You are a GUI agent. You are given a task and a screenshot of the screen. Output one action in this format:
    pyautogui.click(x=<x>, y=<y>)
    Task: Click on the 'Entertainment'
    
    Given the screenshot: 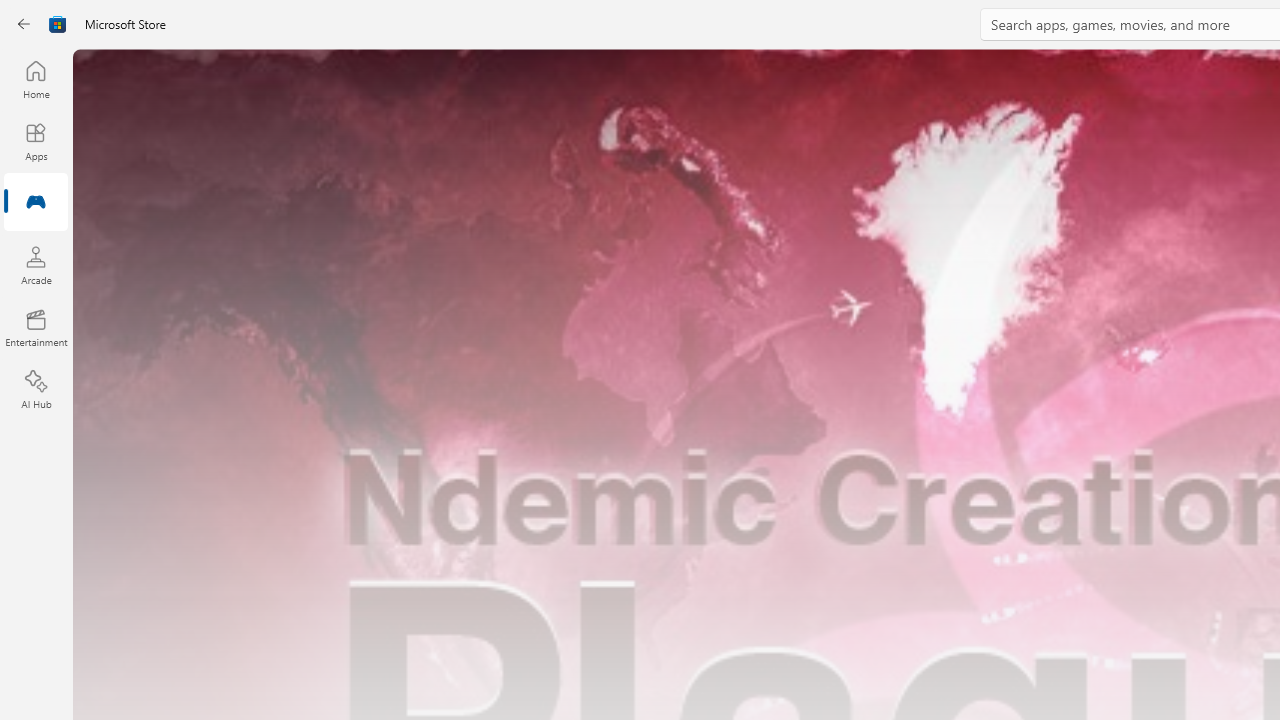 What is the action you would take?
    pyautogui.click(x=35, y=326)
    